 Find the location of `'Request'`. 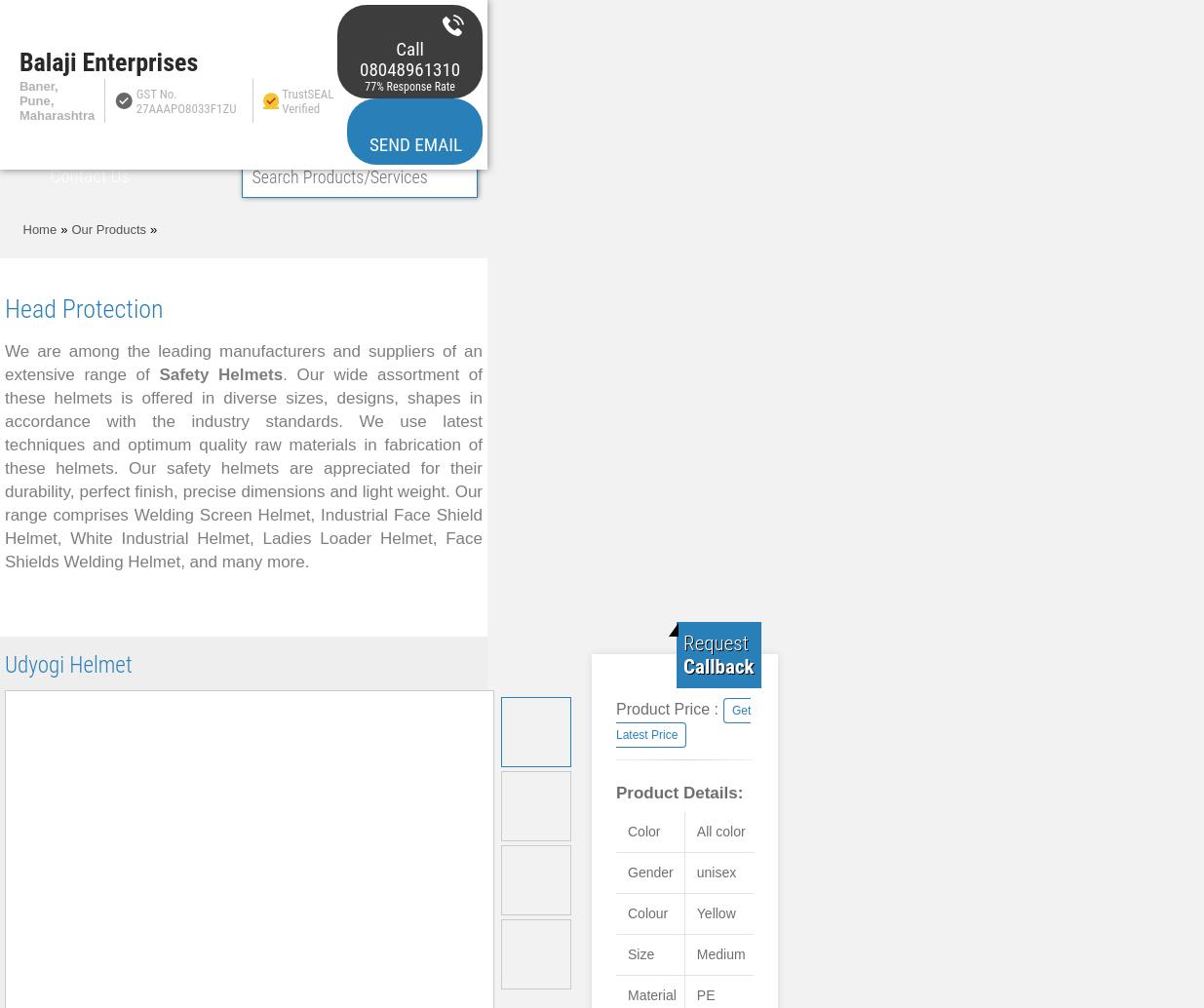

'Request' is located at coordinates (715, 643).